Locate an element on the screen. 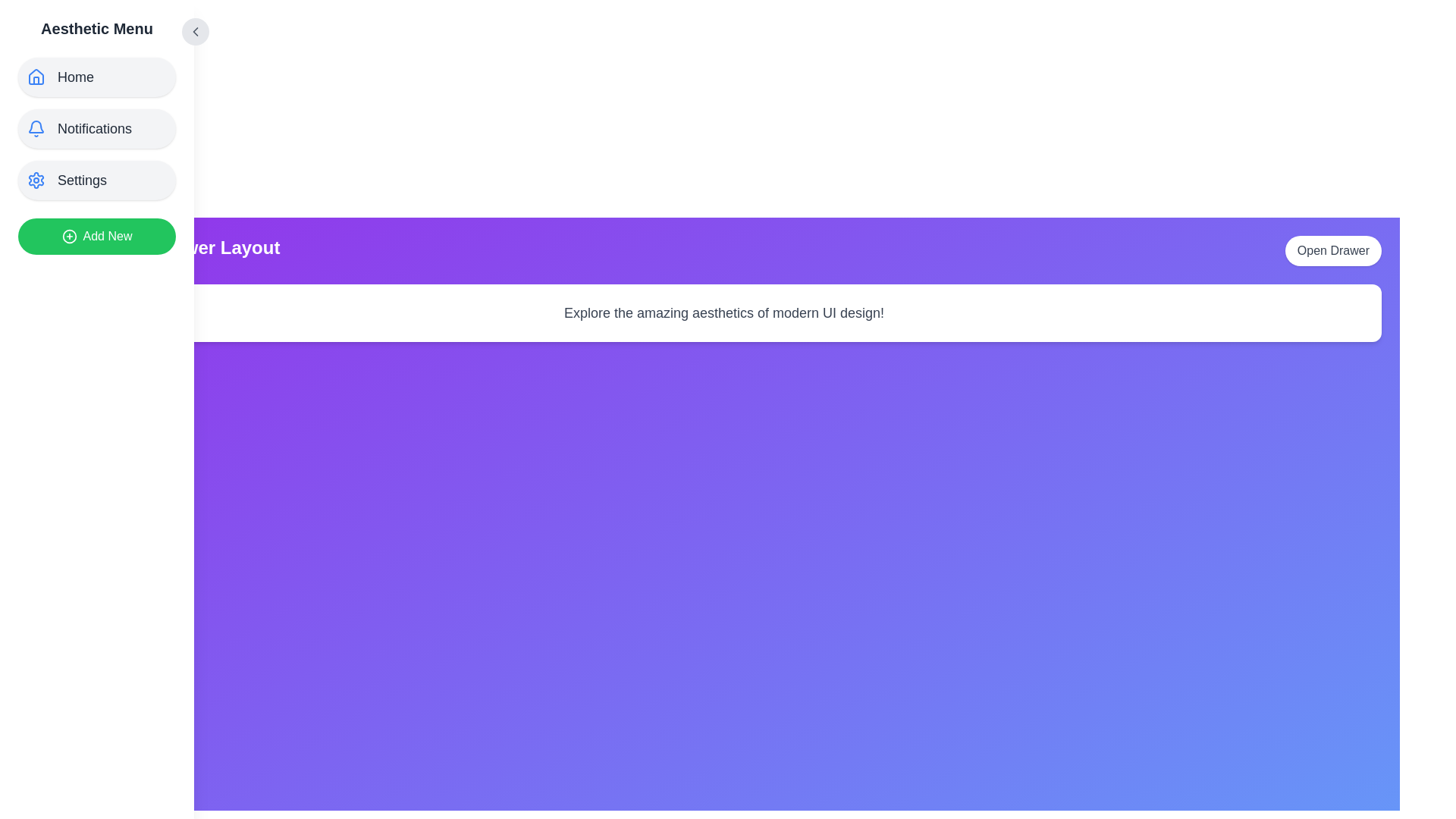 The image size is (1456, 819). the 'Settings' button, which is a horizontally aligned button with a gear icon on the left and the text 'Settings' in dark gray, positioned at the bottom of the button stack in the left sidebar menu is located at coordinates (96, 180).